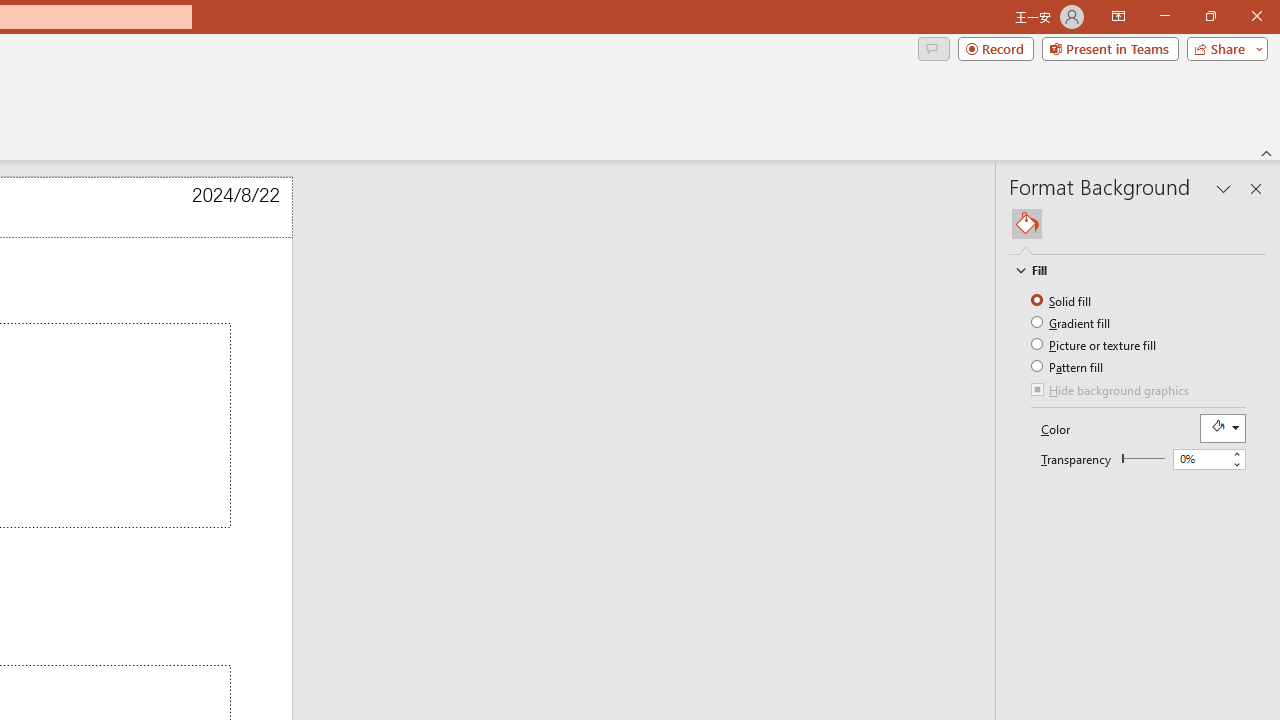 This screenshot has height=720, width=1280. I want to click on 'Solid fill', so click(1061, 300).